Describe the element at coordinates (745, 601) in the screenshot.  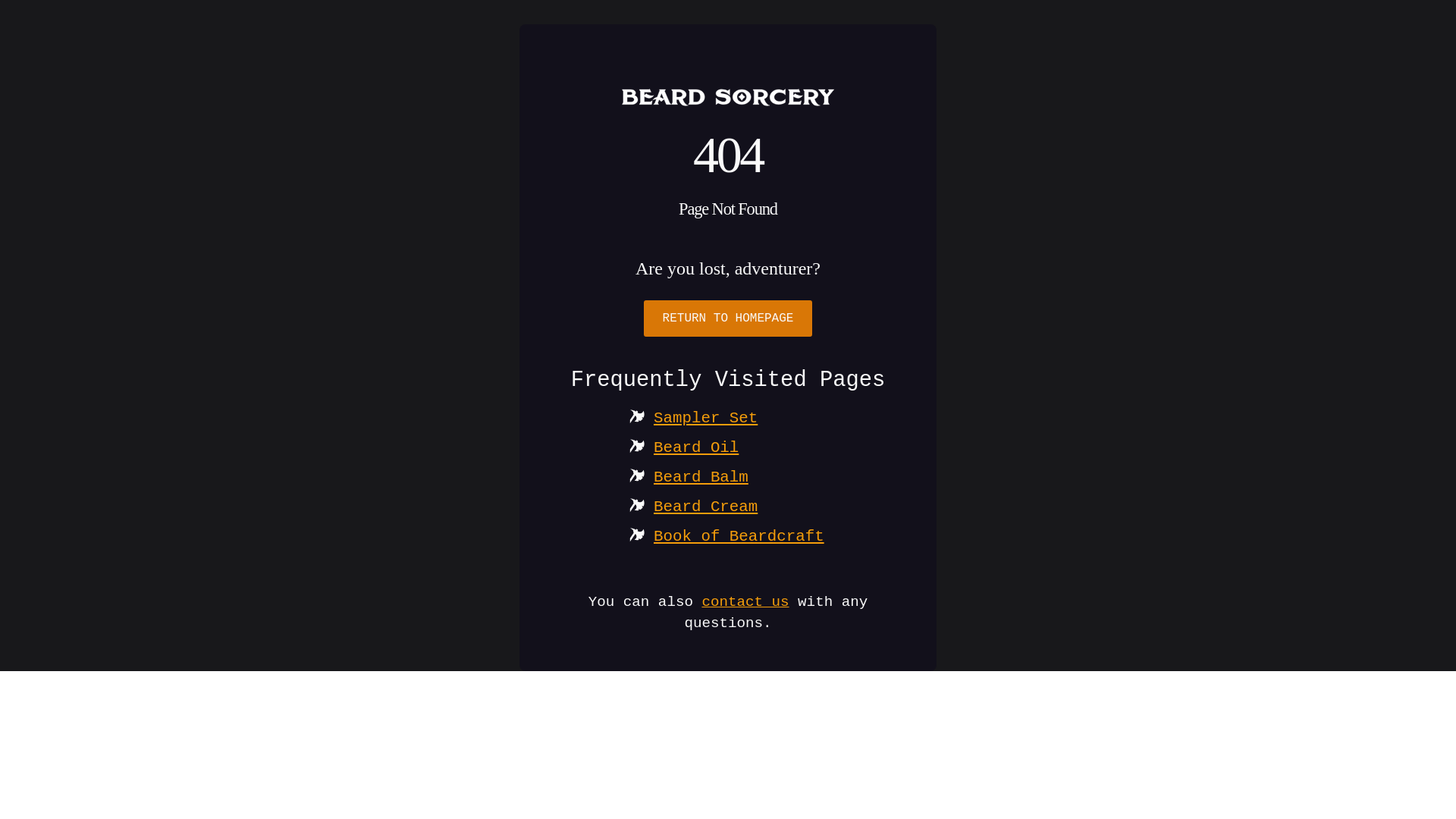
I see `'contact us'` at that location.